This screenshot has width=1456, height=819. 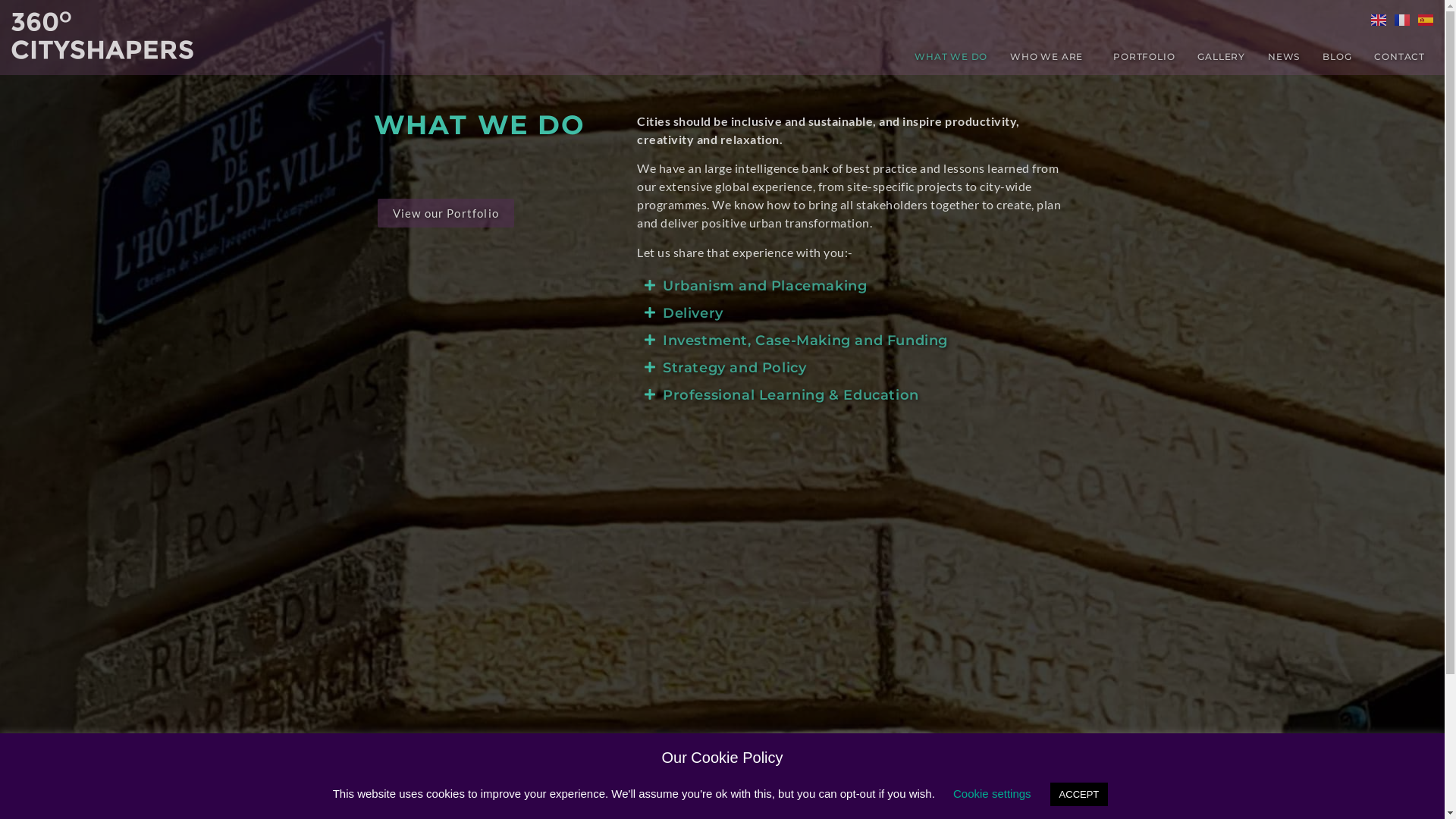 What do you see at coordinates (949, 55) in the screenshot?
I see `'WHAT WE DO'` at bounding box center [949, 55].